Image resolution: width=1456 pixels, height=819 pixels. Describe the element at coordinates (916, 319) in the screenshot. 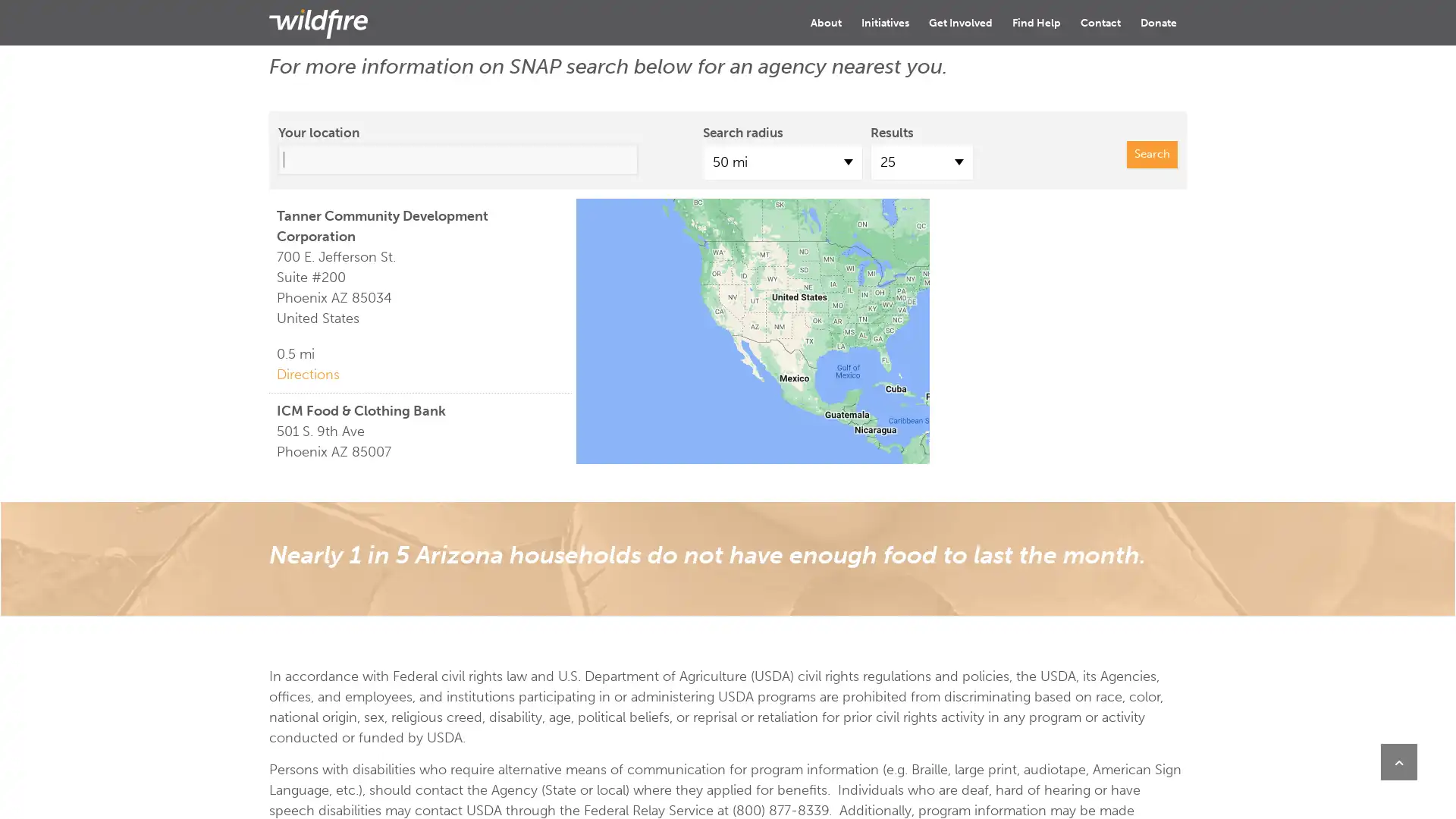

I see `Maricopa Community Colleges: GateWay` at that location.